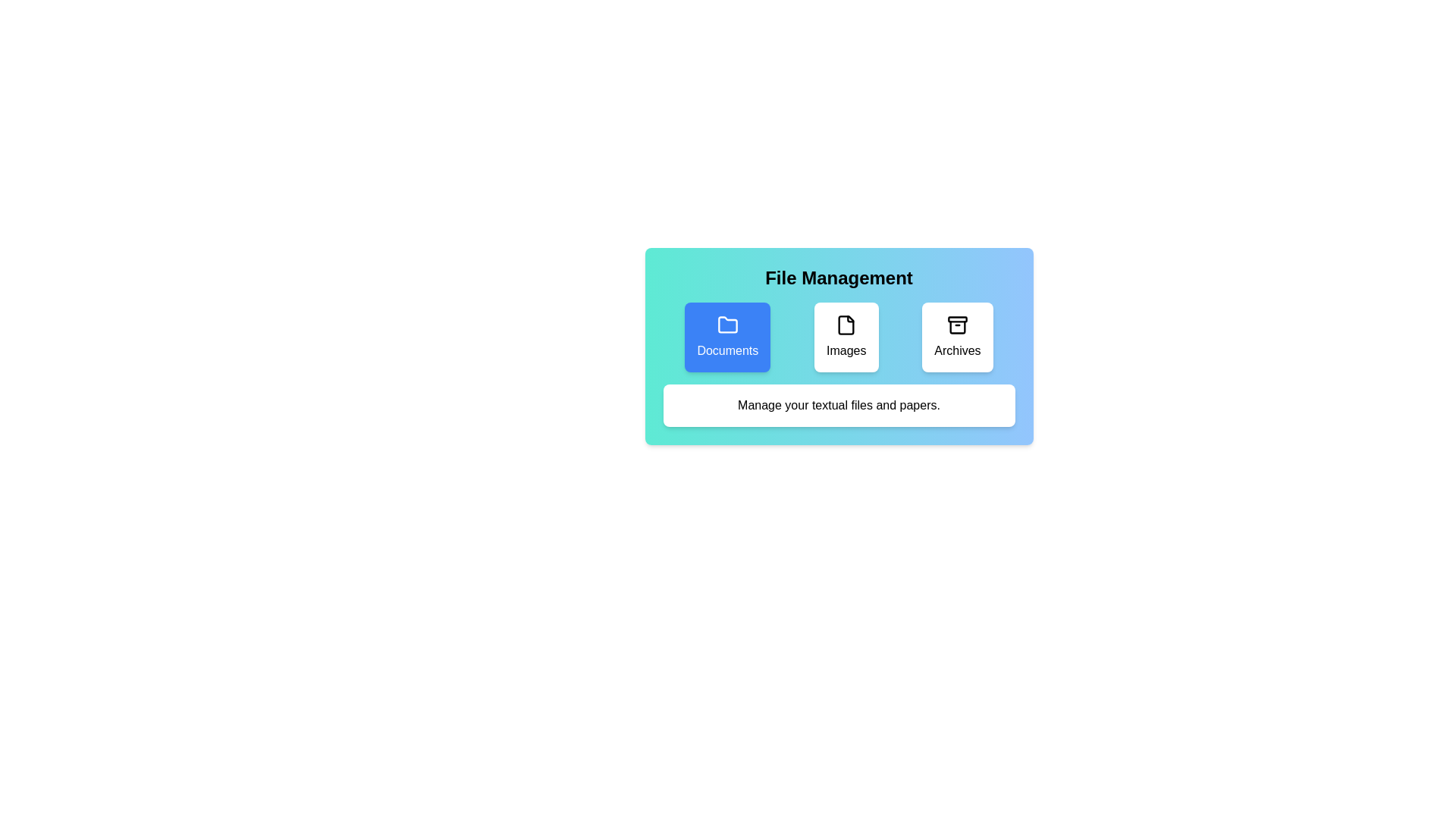 The width and height of the screenshot is (1456, 819). Describe the element at coordinates (846, 336) in the screenshot. I see `the button corresponding to the category Images to select it` at that location.